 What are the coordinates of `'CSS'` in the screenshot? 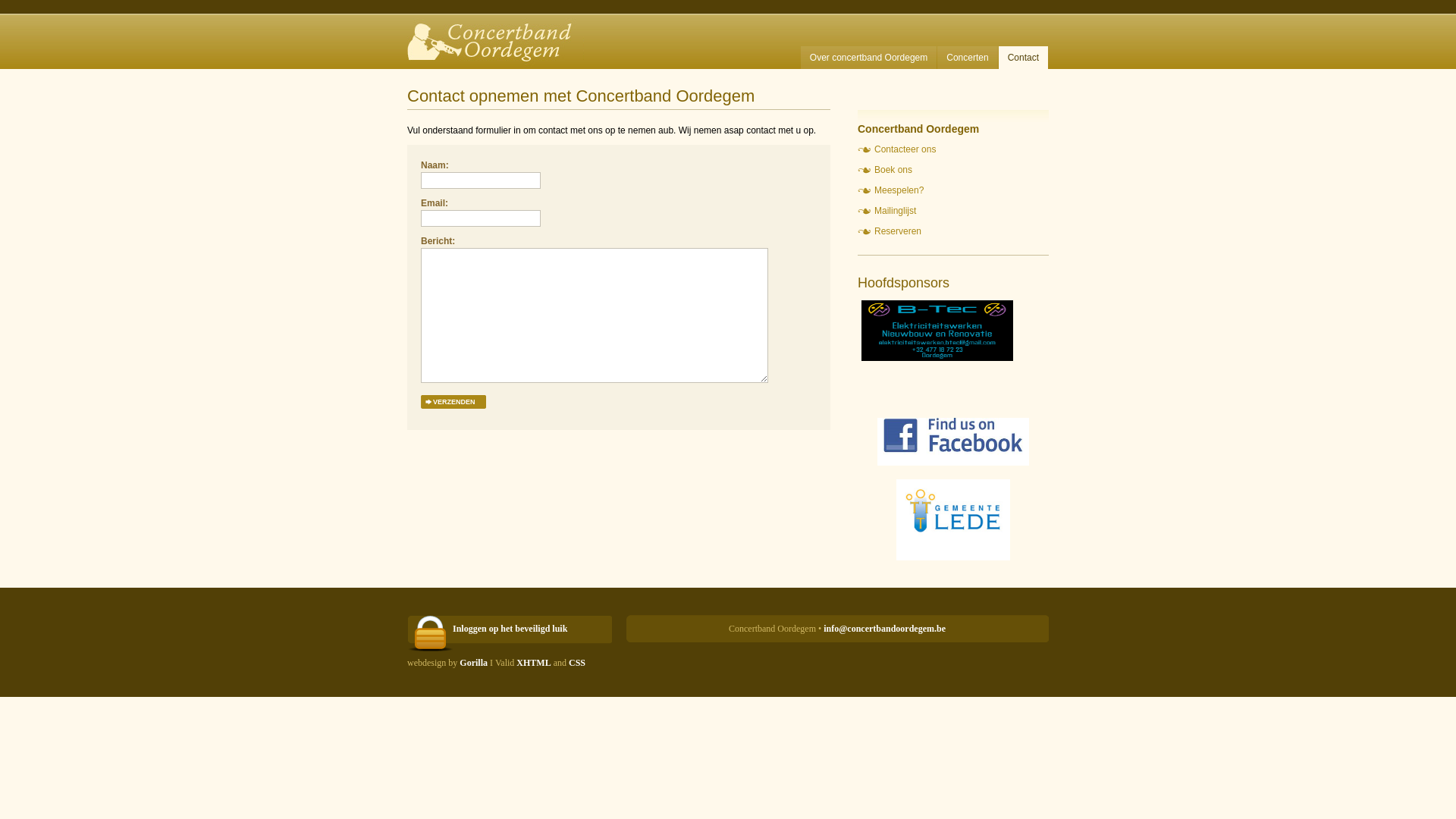 It's located at (567, 662).